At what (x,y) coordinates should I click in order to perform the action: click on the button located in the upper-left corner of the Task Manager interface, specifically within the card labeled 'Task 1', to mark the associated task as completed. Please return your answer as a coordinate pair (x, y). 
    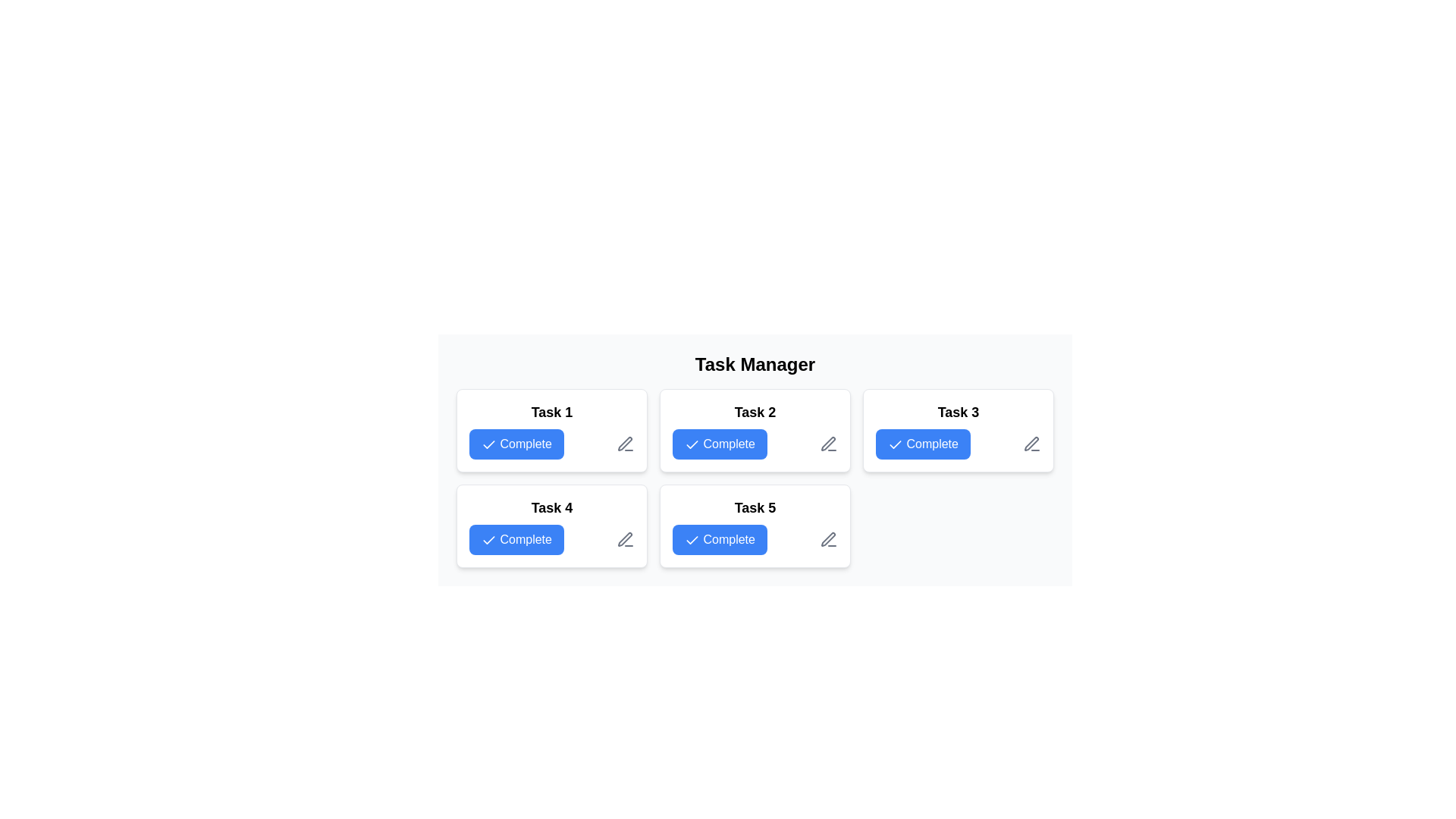
    Looking at the image, I should click on (516, 444).